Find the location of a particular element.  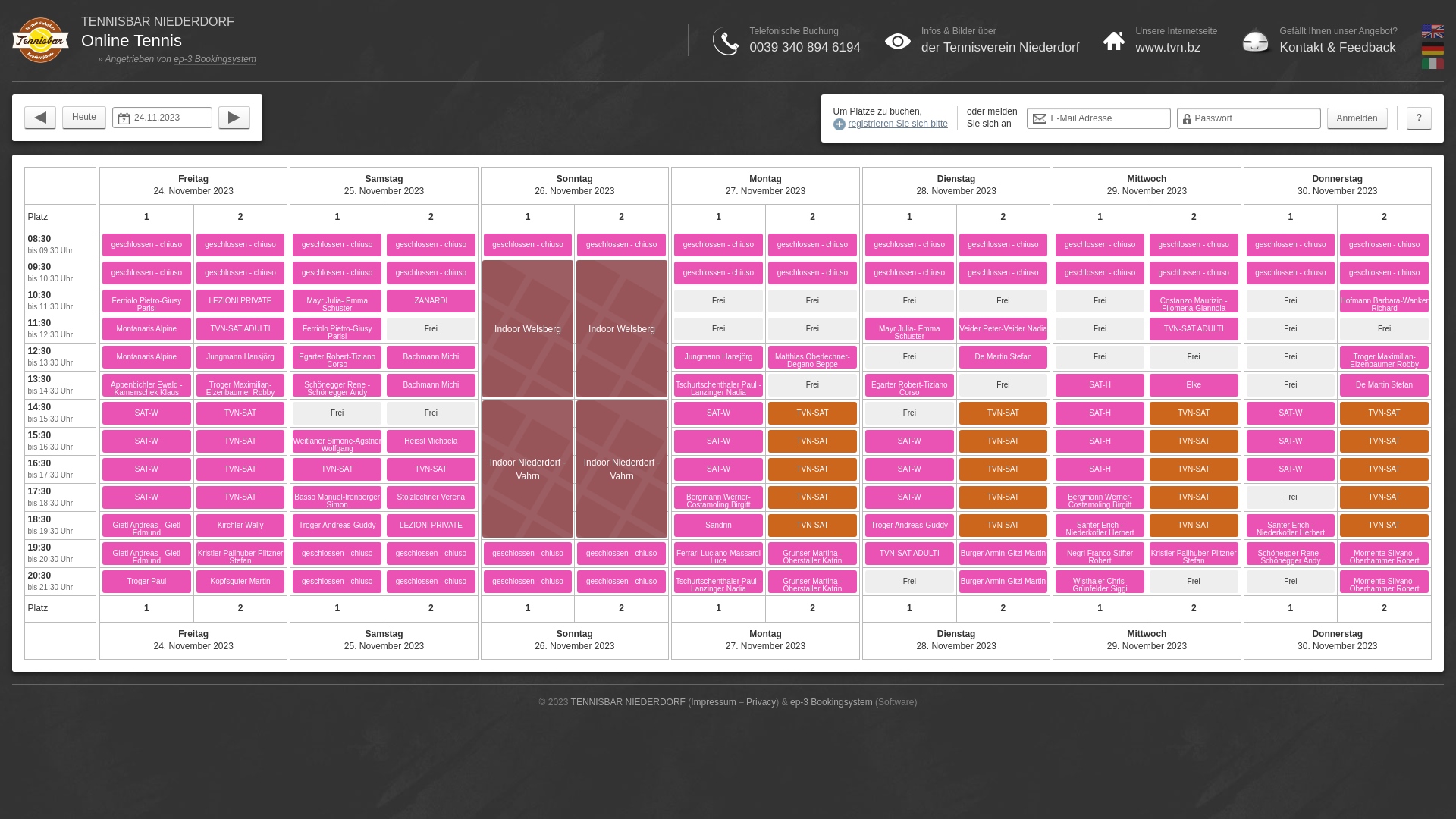

'geschlossen - chiuso' is located at coordinates (240, 271).